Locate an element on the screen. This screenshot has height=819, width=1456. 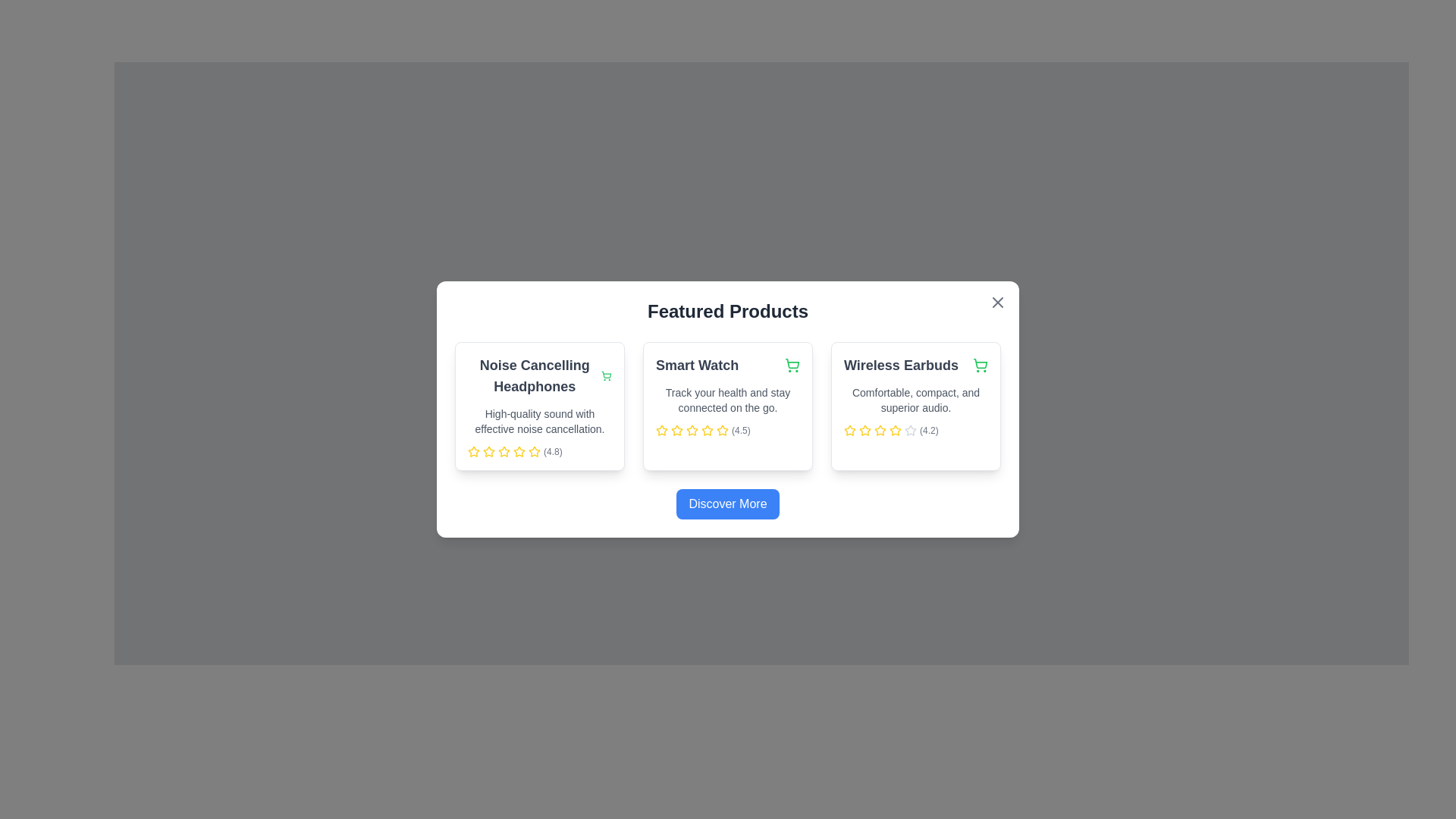
the first star in the star rating icon row for the Wireless Earbuds, which visually represents the rating value is located at coordinates (850, 430).